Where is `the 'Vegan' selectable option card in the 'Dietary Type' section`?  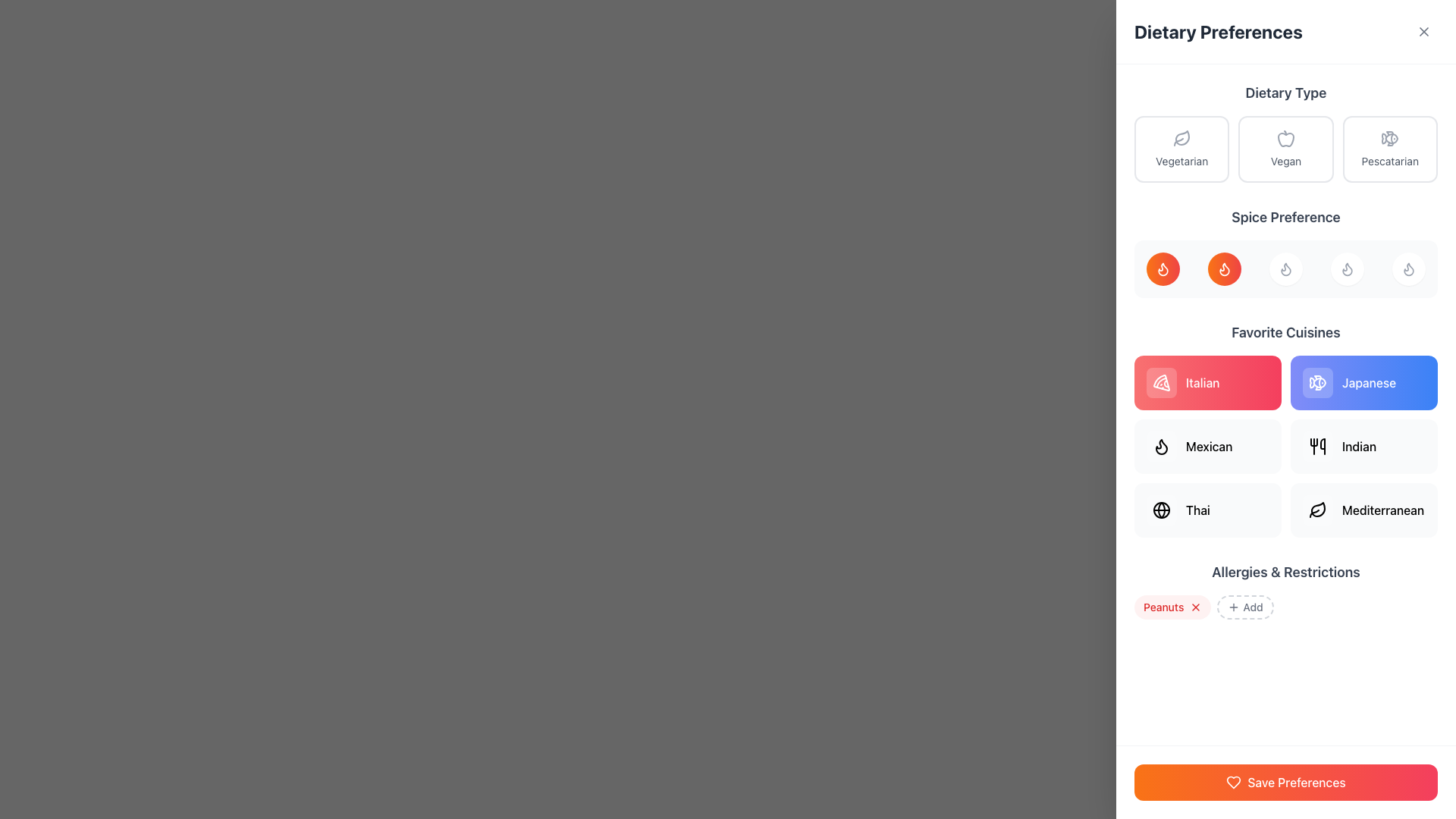
the 'Vegan' selectable option card in the 'Dietary Type' section is located at coordinates (1285, 149).